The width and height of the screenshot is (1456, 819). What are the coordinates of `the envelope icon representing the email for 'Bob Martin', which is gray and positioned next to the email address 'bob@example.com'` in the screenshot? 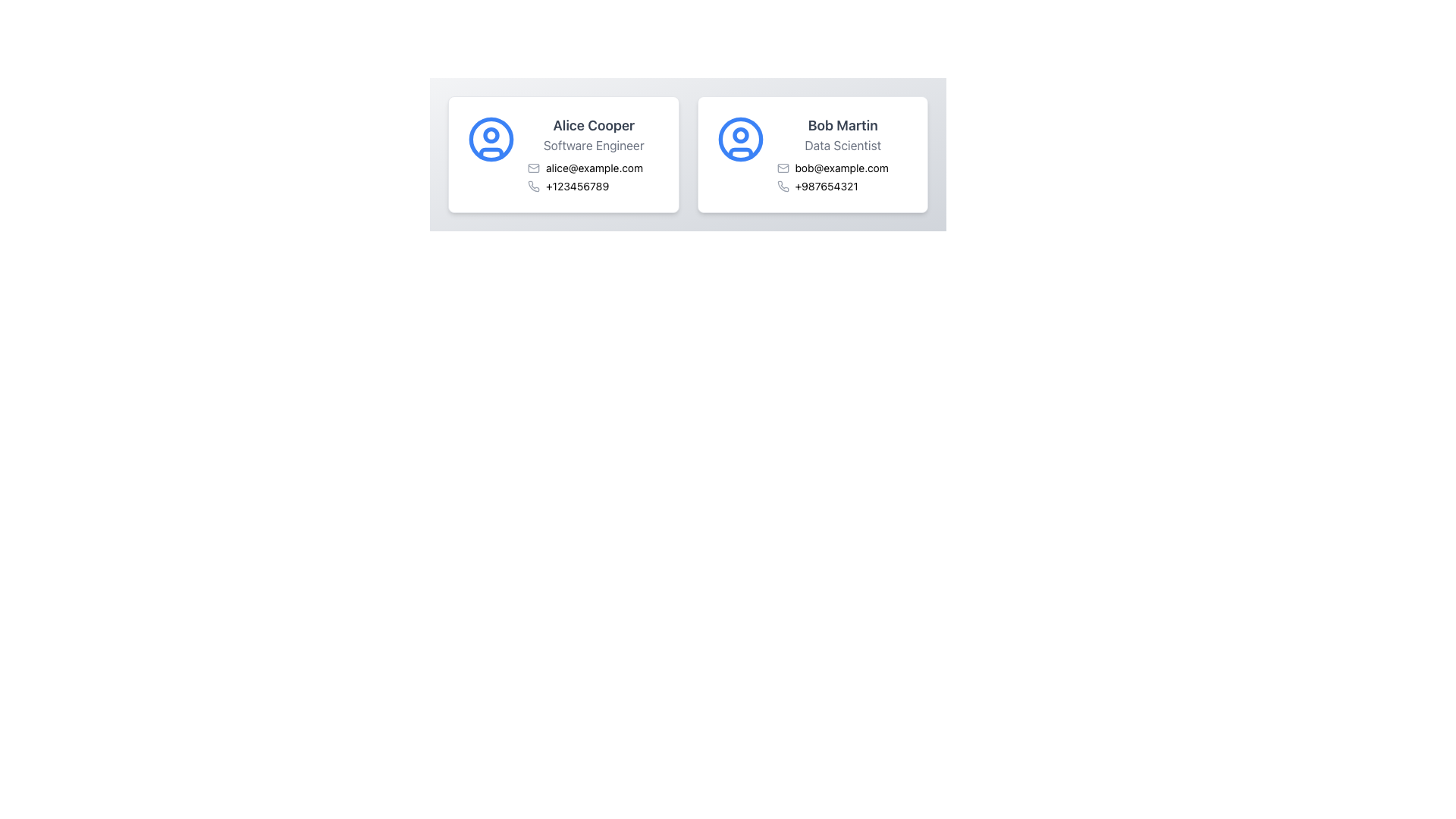 It's located at (783, 168).